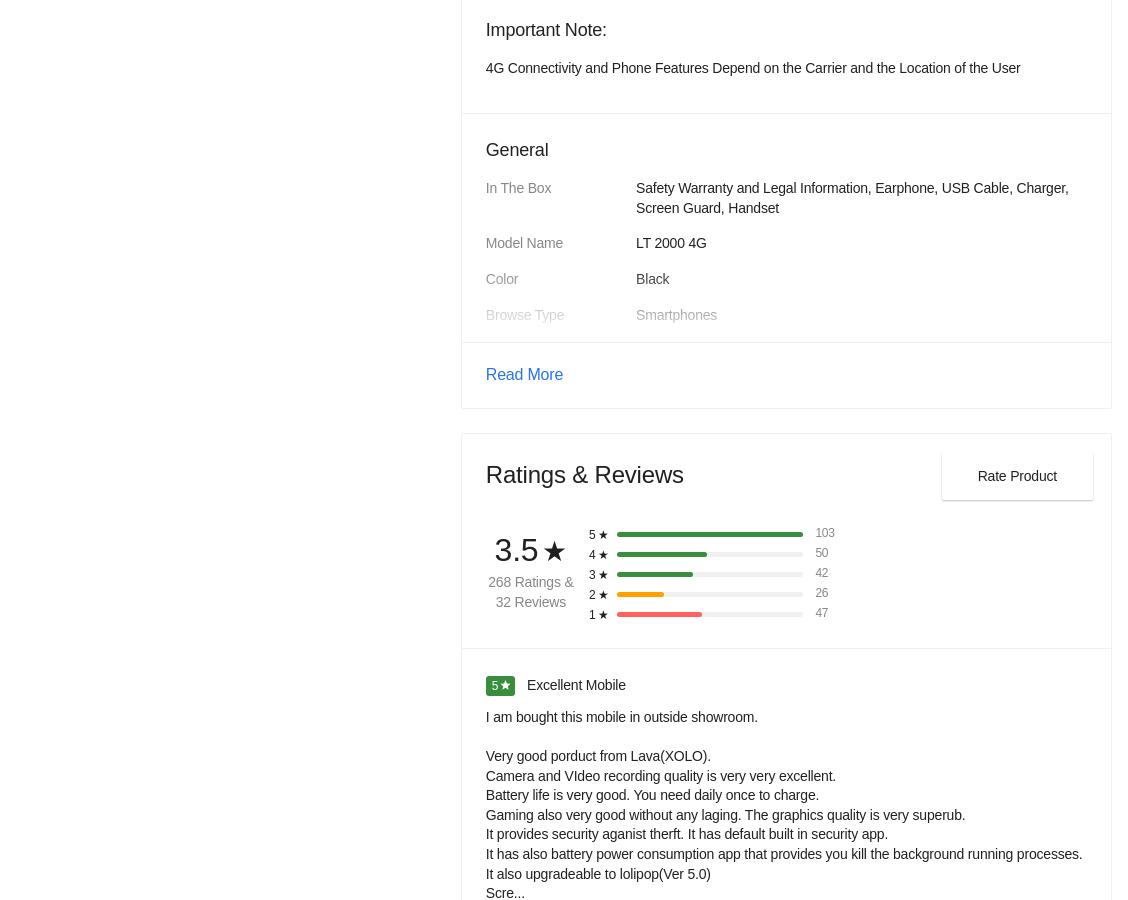 This screenshot has width=1128, height=900. What do you see at coordinates (645, 539) in the screenshot?
I see `'HD'` at bounding box center [645, 539].